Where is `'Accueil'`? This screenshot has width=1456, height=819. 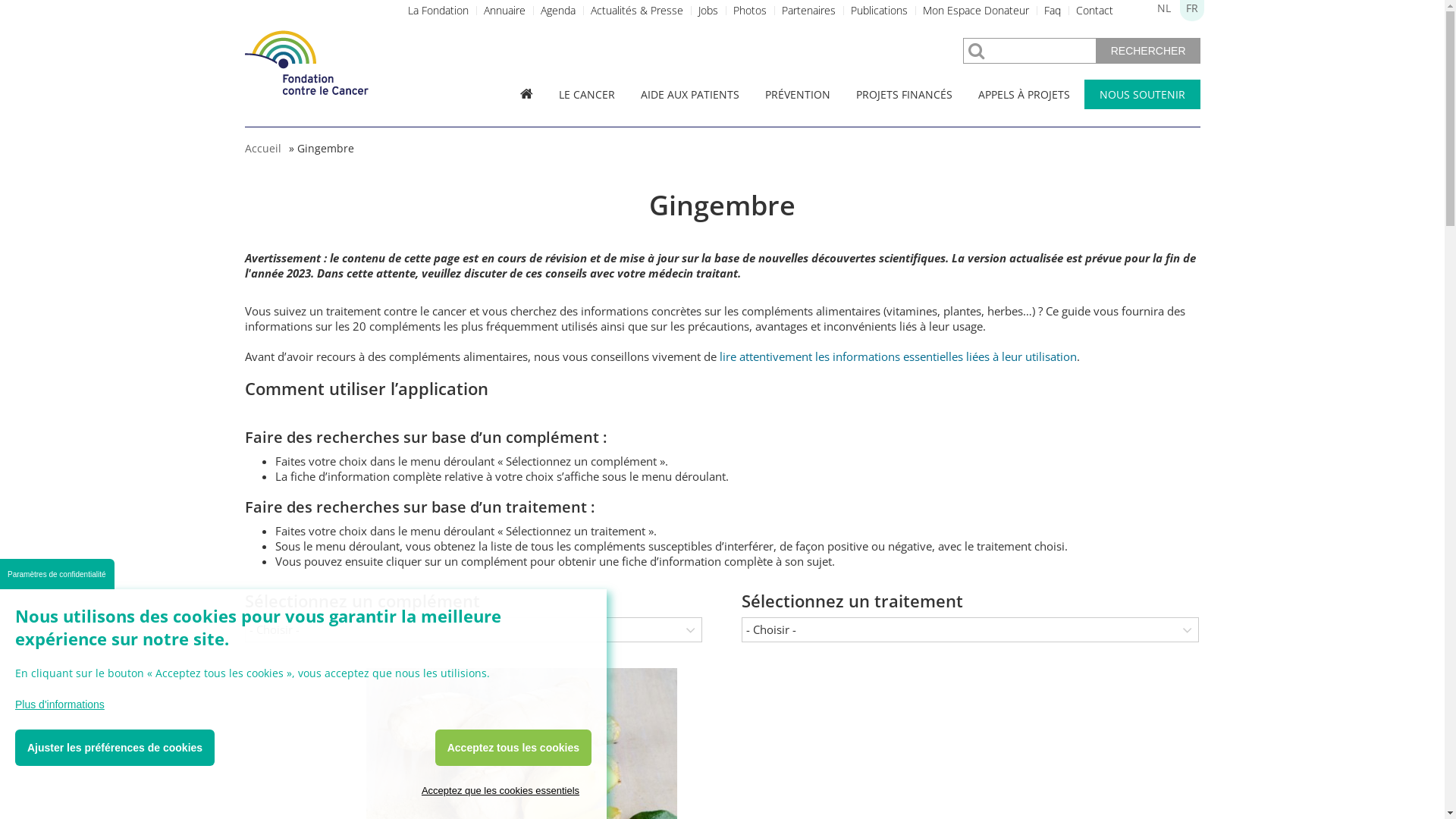
'Accueil' is located at coordinates (262, 148).